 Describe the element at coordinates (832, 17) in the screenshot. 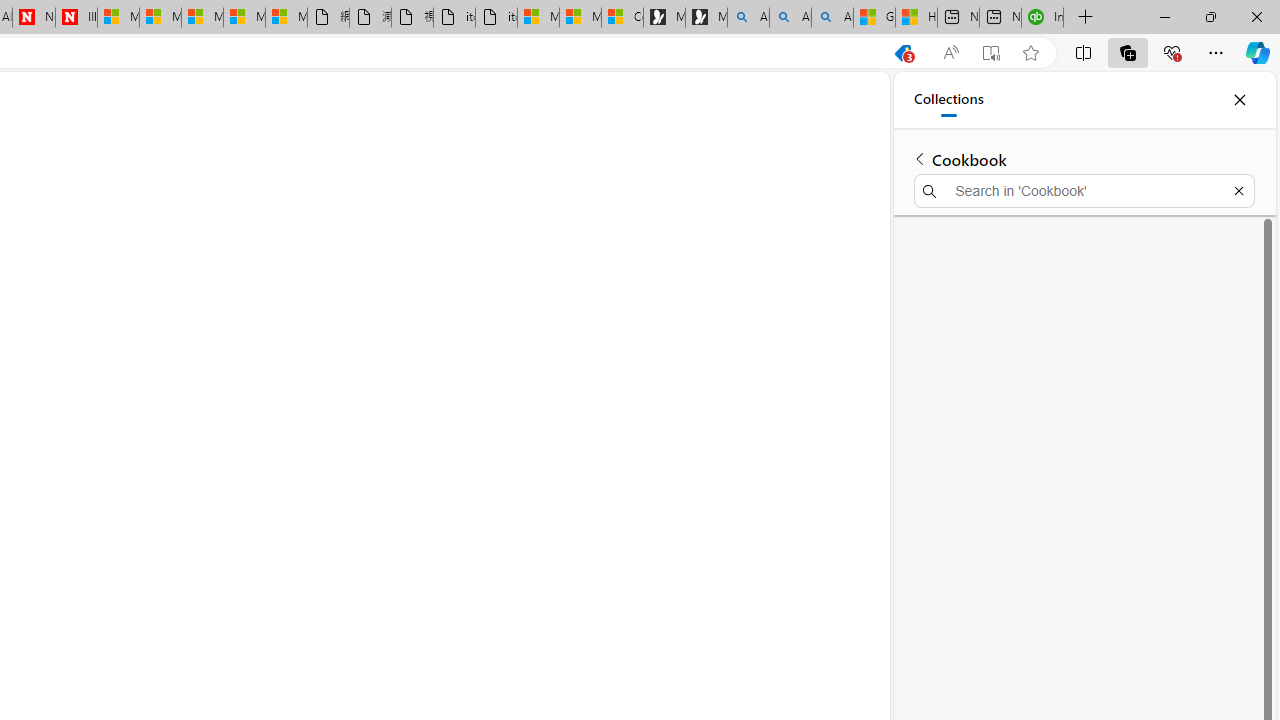

I see `'Alabama high school quarterback dies - Search Videos'` at that location.